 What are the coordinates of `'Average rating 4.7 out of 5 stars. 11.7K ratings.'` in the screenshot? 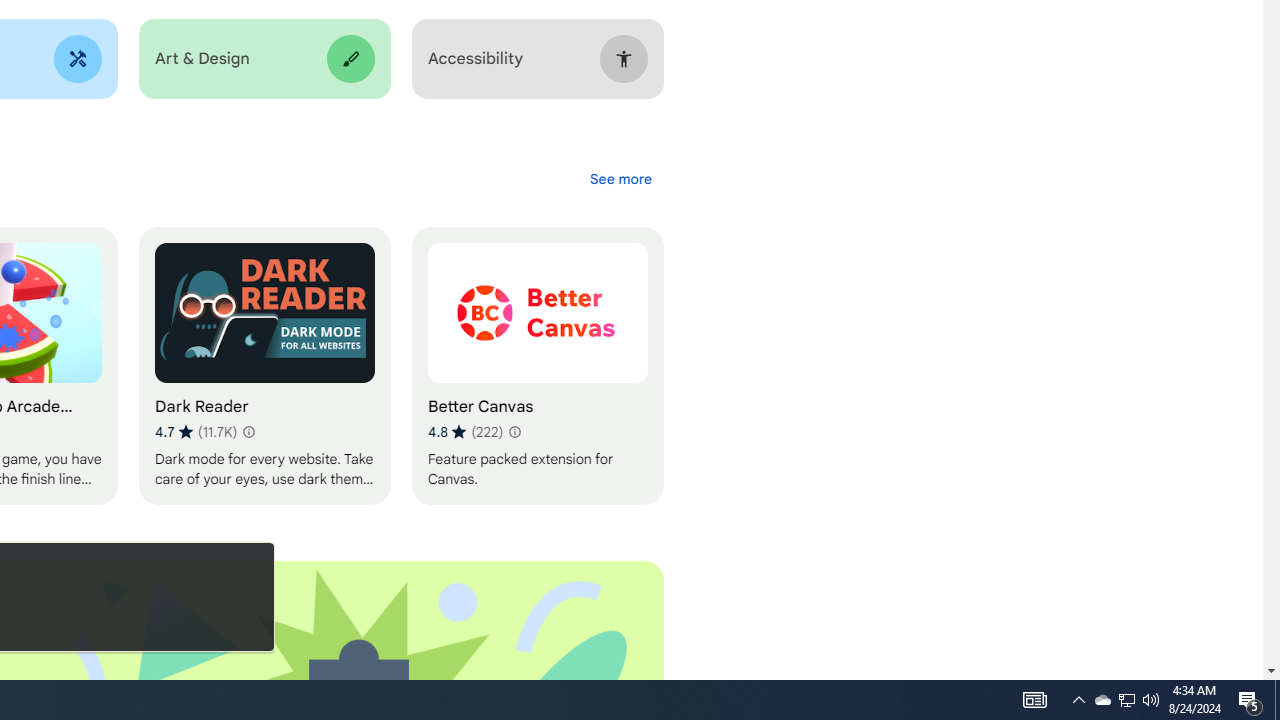 It's located at (195, 431).